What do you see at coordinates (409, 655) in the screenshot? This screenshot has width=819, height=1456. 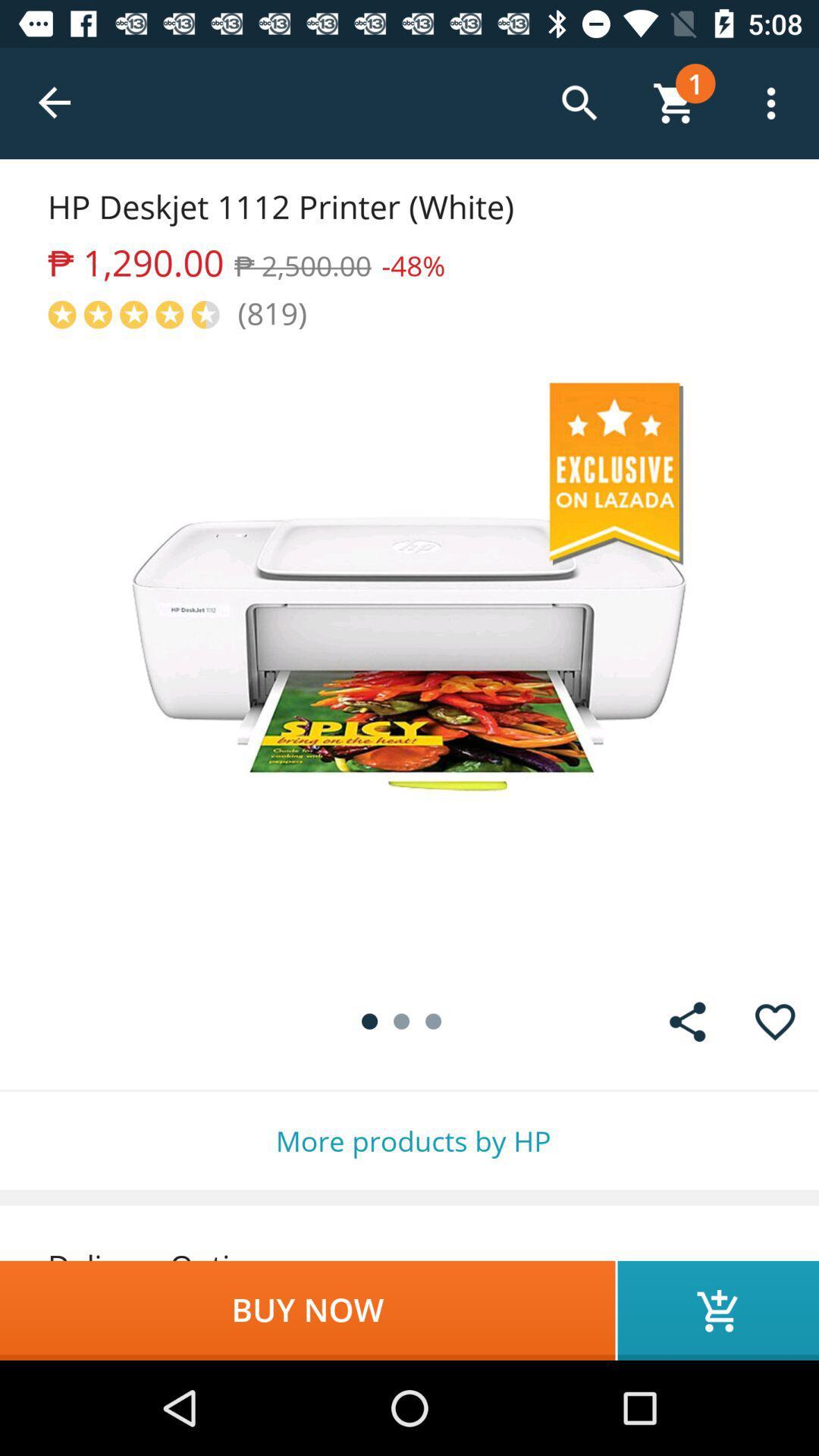 I see `enlarge the picture` at bounding box center [409, 655].